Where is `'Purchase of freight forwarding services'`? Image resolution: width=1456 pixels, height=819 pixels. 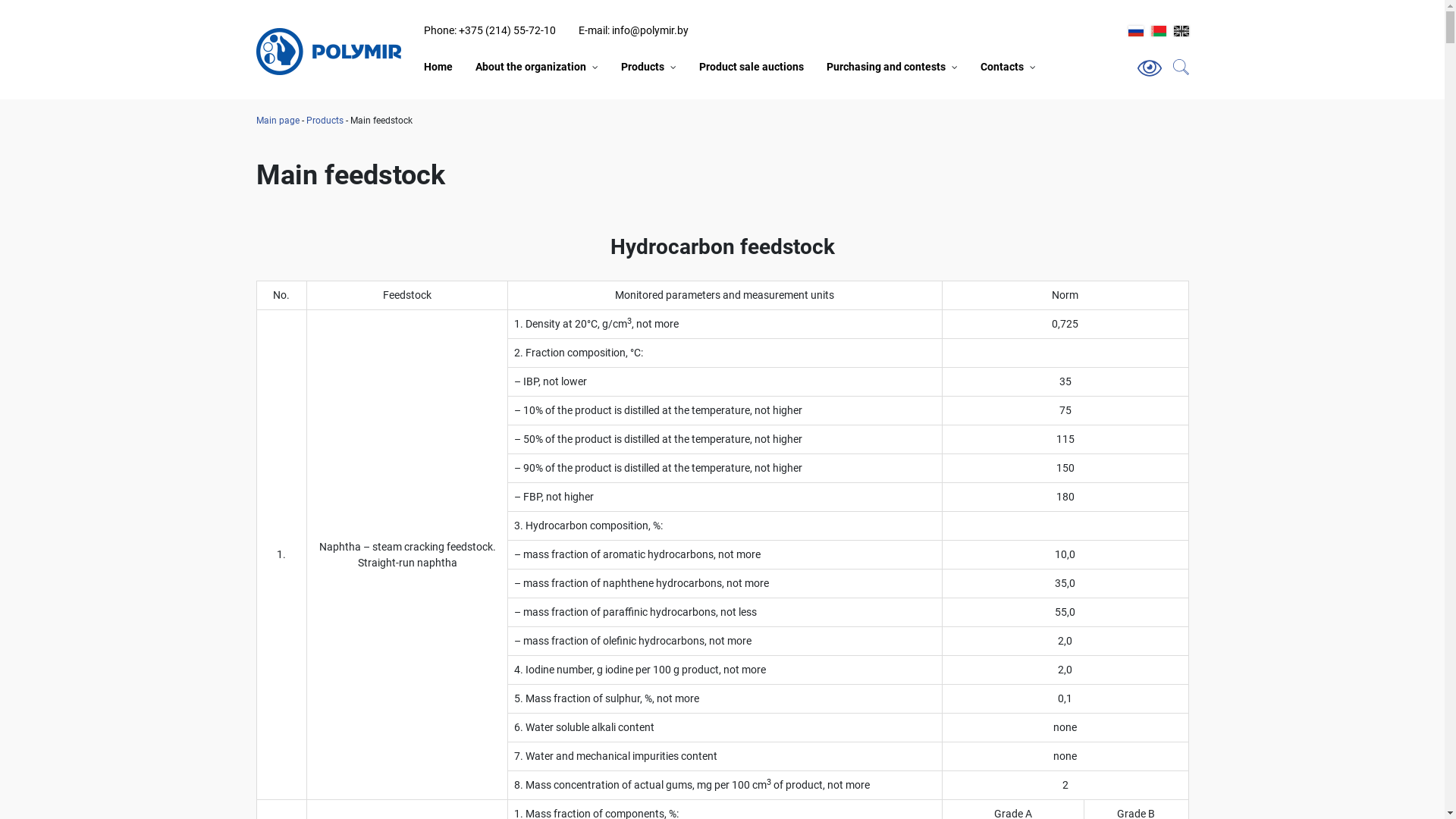
'Purchase of freight forwarding services' is located at coordinates (921, 88).